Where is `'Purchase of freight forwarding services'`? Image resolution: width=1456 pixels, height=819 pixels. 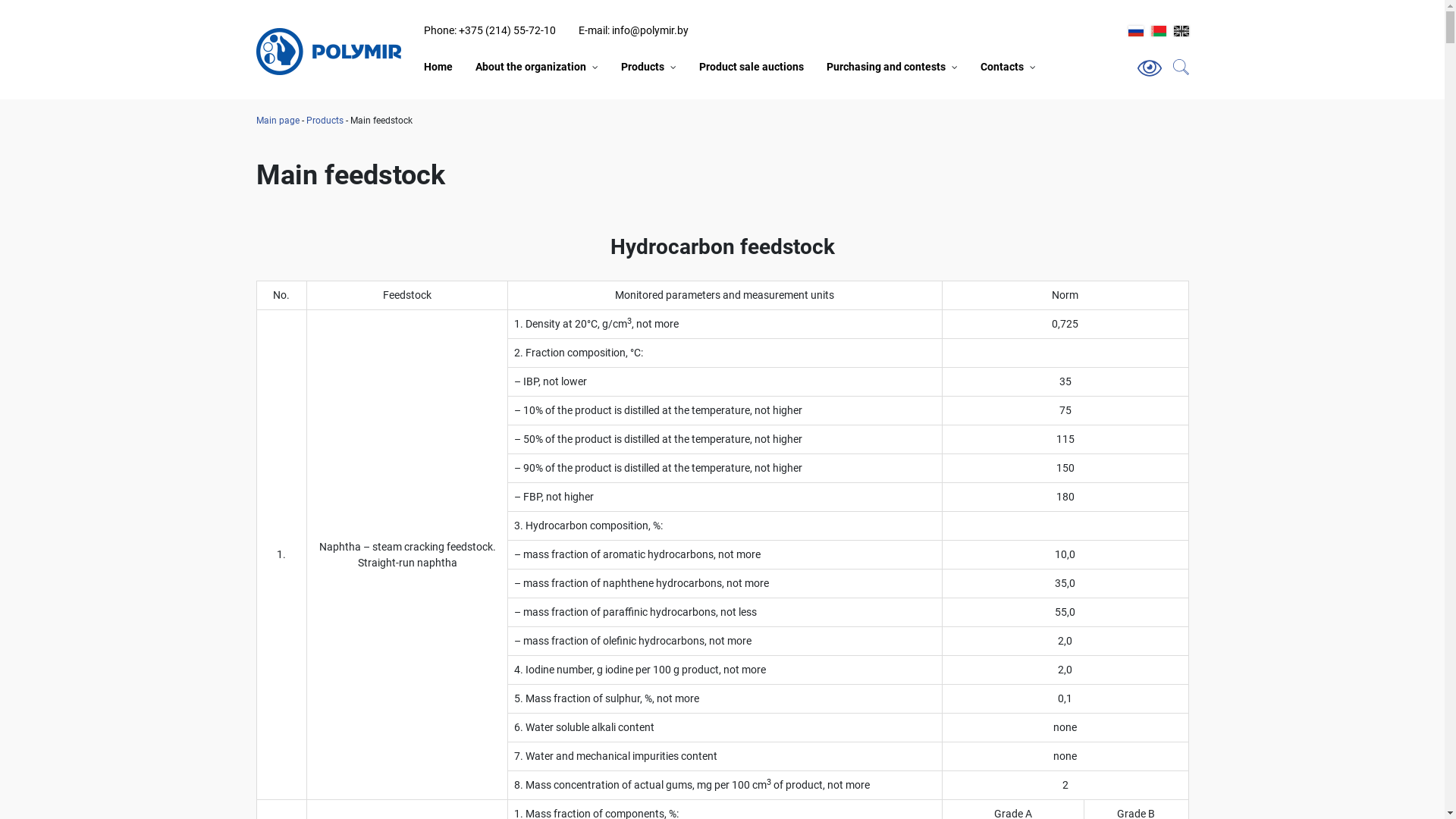
'Purchase of freight forwarding services' is located at coordinates (921, 88).